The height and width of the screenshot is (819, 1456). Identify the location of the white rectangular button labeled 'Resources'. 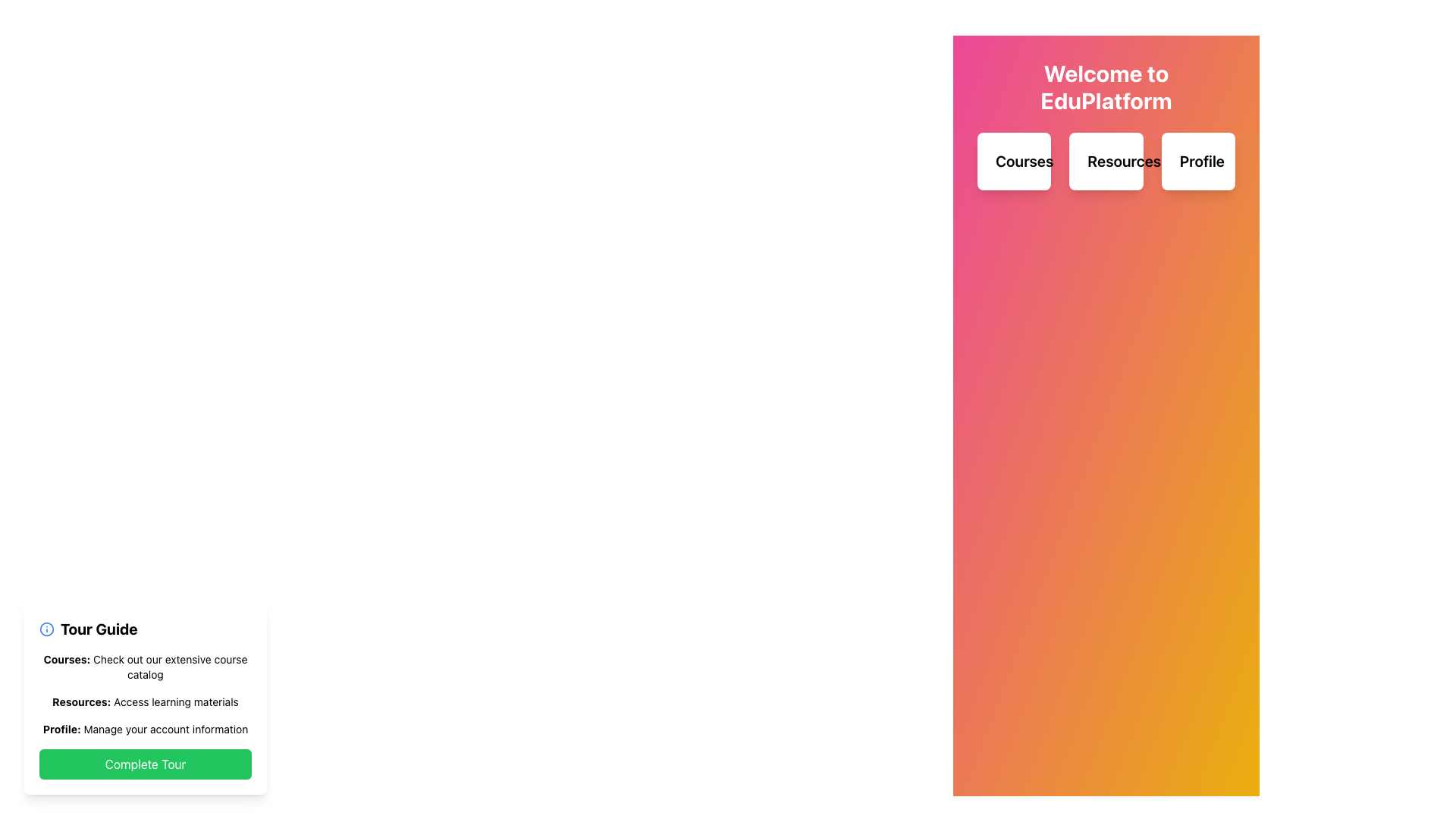
(1106, 161).